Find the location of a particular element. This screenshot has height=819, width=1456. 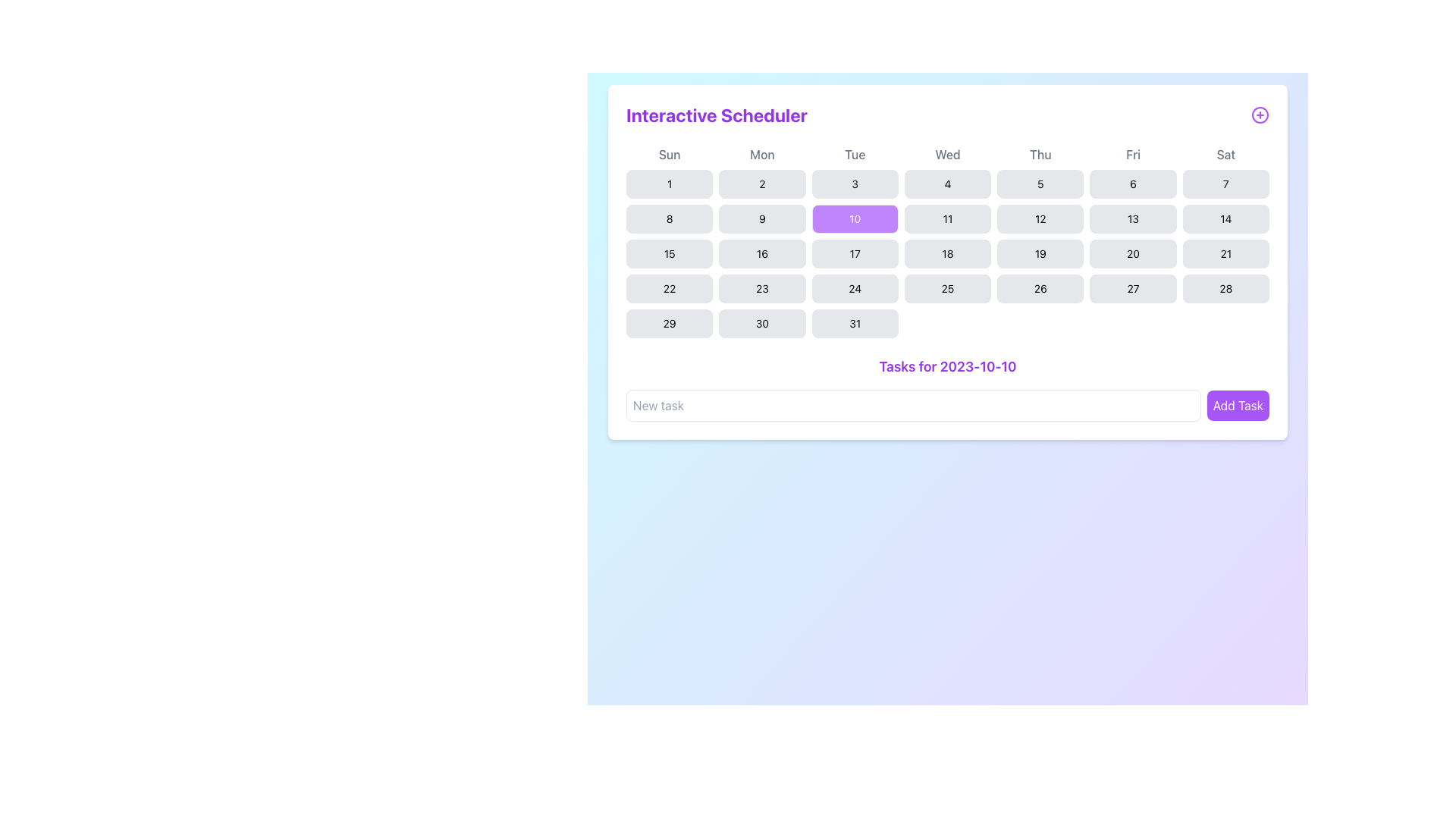

the interactive button representing Friday in the calendar is located at coordinates (1133, 289).